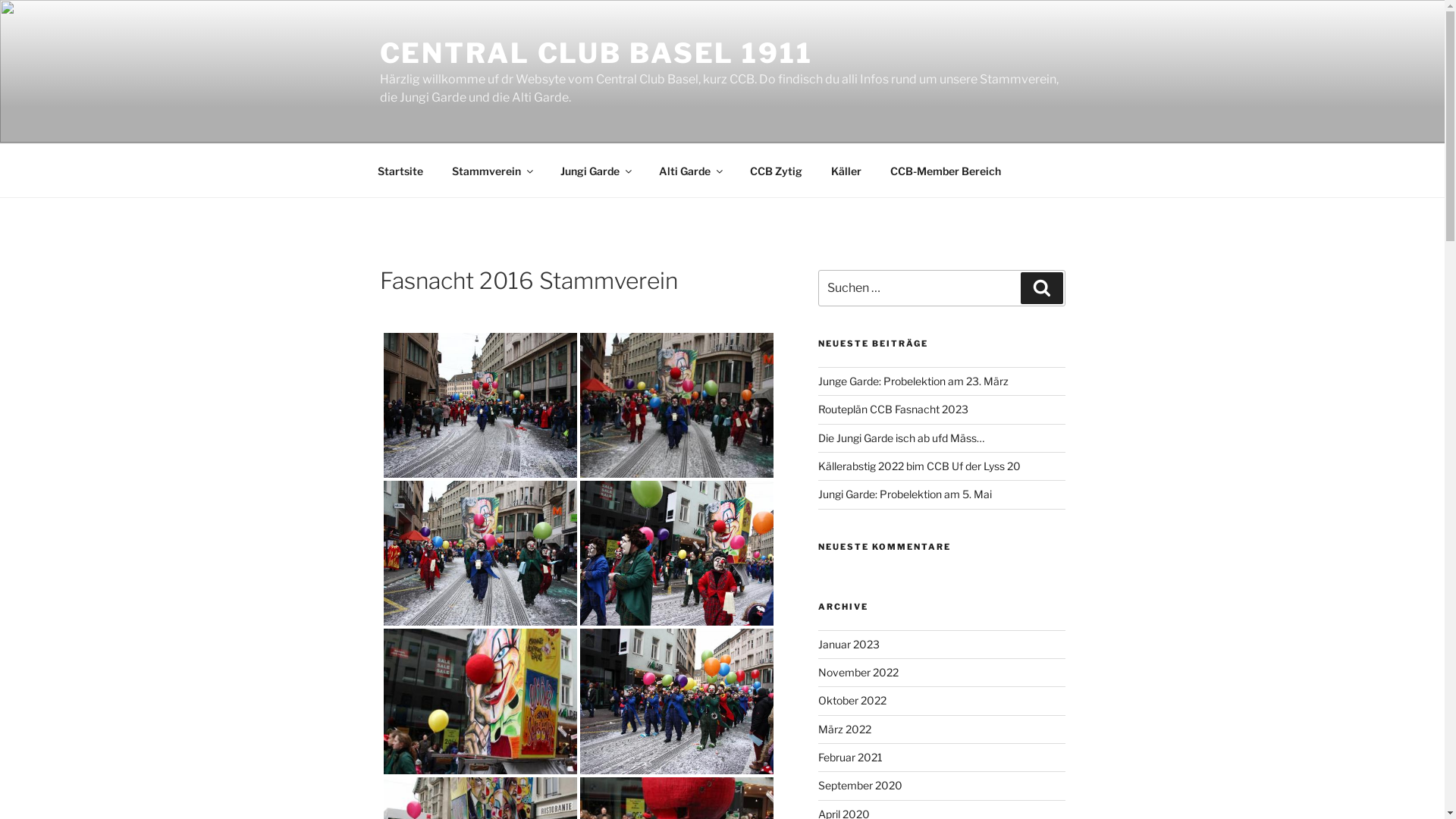 The width and height of the screenshot is (1456, 819). I want to click on 'Startsite', so click(400, 170).